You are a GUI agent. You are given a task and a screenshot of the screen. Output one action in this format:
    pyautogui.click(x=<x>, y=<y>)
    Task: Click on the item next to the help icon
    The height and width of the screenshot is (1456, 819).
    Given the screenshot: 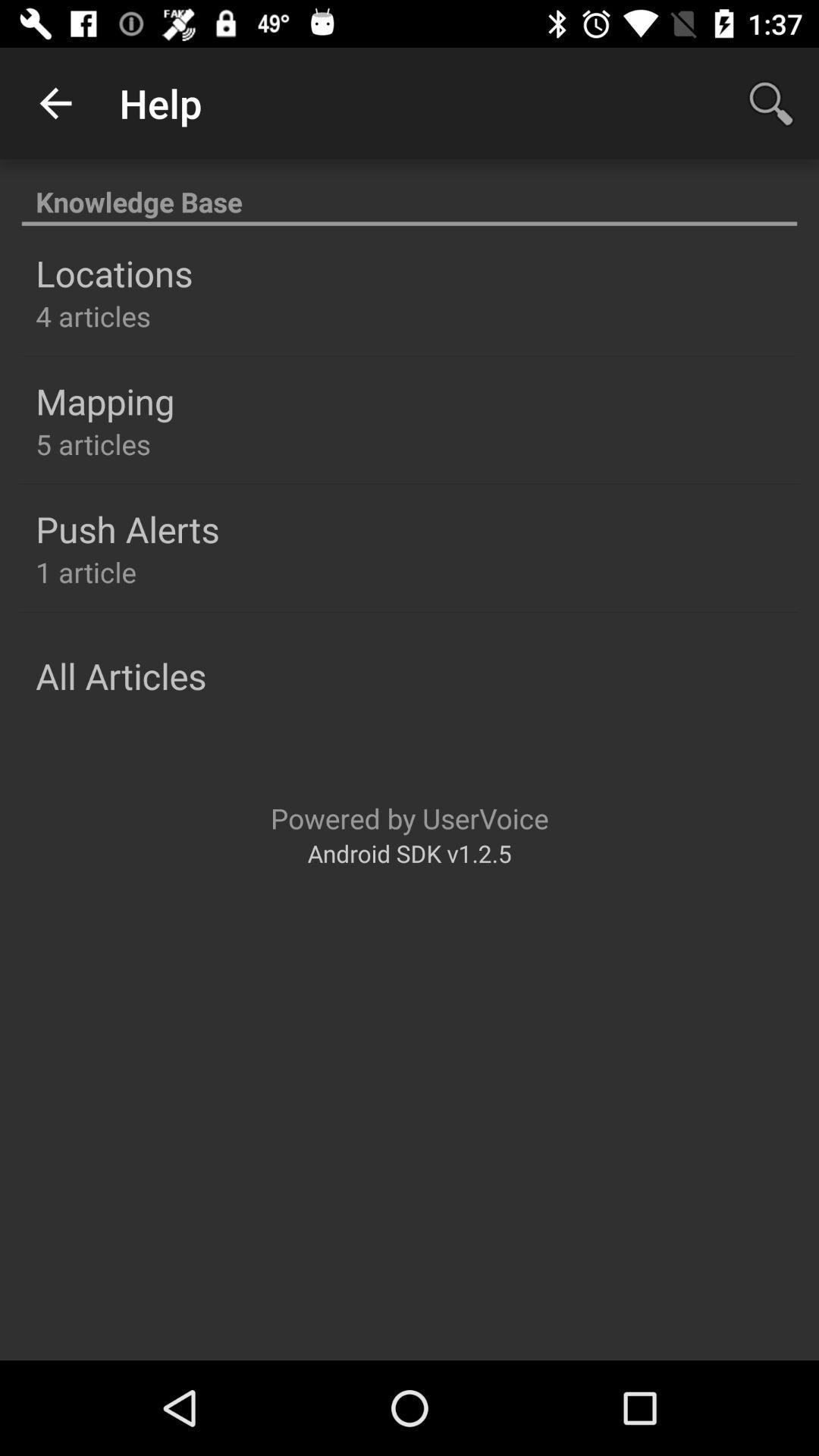 What is the action you would take?
    pyautogui.click(x=771, y=102)
    